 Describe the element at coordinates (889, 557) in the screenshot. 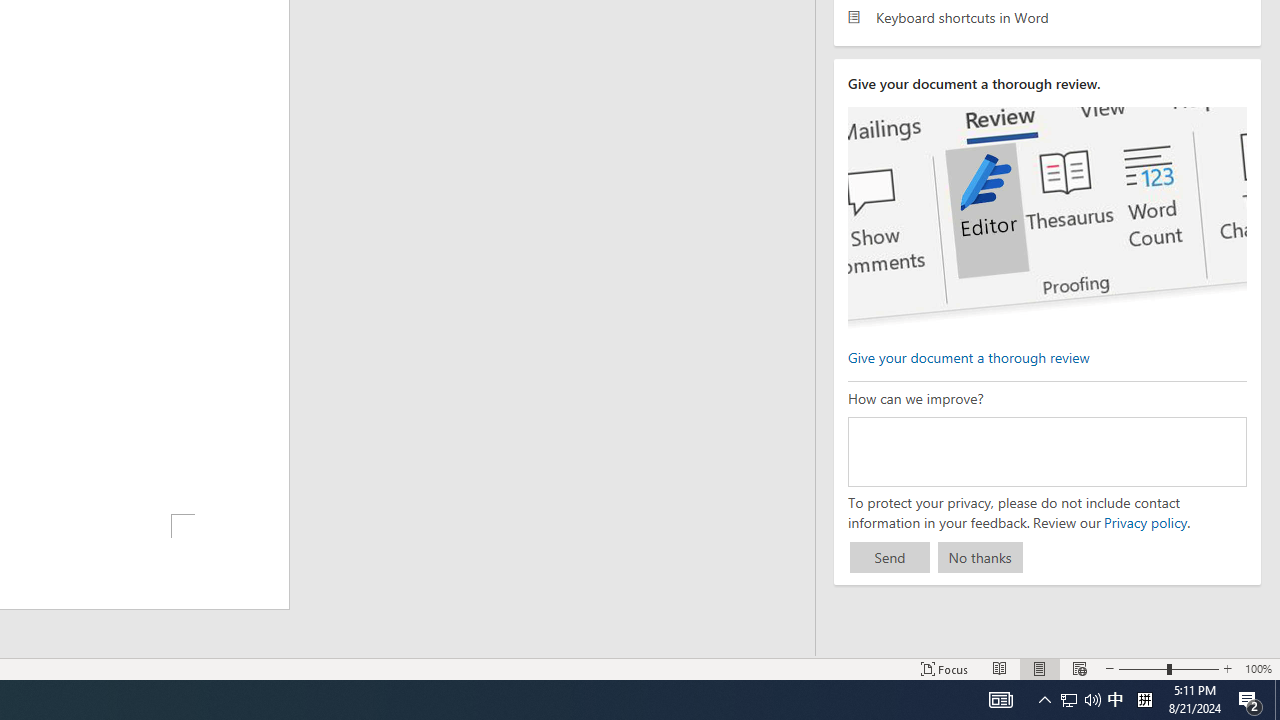

I see `'Send'` at that location.